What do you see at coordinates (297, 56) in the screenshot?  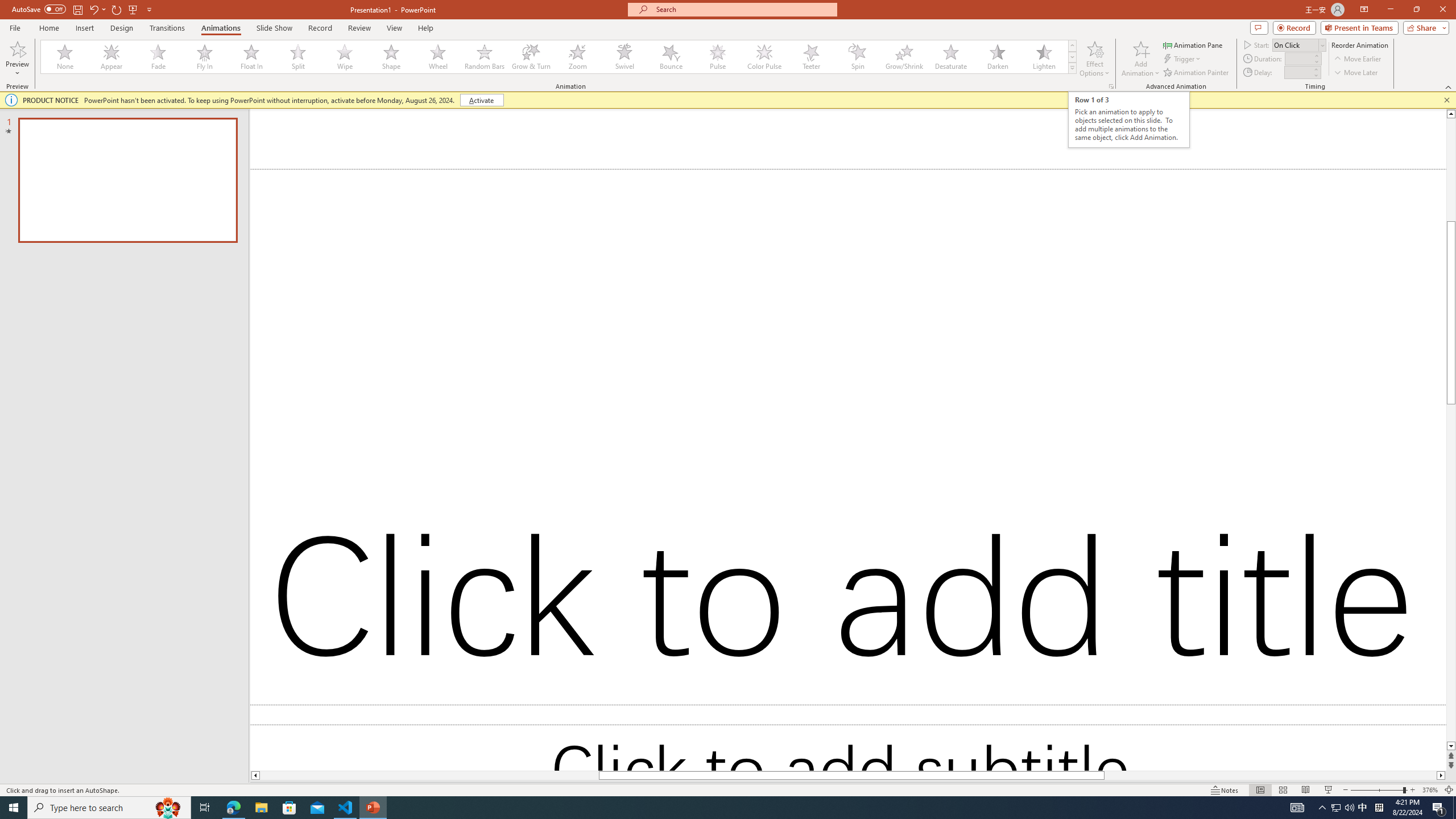 I see `'Split'` at bounding box center [297, 56].